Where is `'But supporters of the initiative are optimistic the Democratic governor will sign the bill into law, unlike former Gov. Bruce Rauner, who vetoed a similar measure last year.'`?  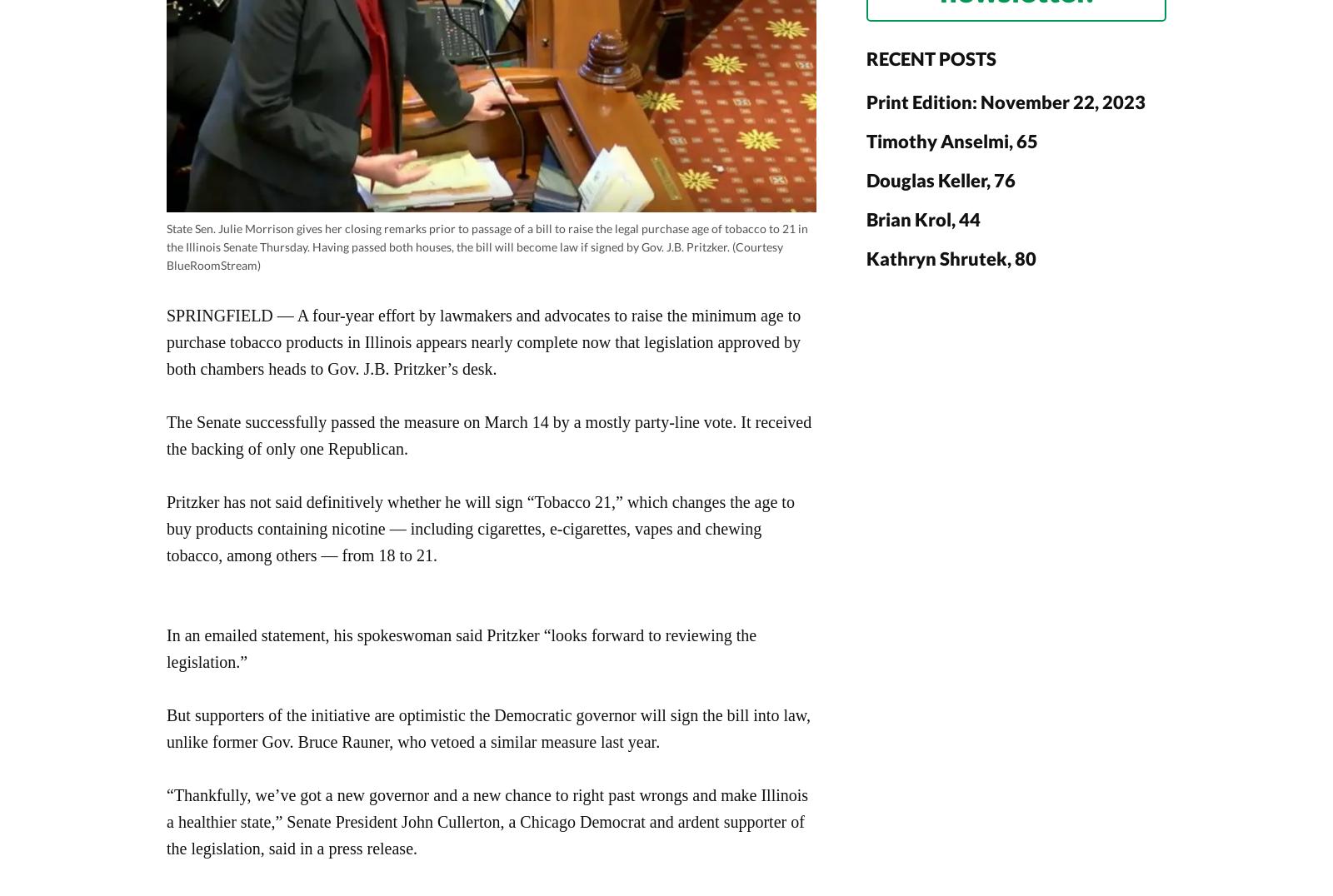 'But supporters of the initiative are optimistic the Democratic governor will sign the bill into law, unlike former Gov. Bruce Rauner, who vetoed a similar measure last year.' is located at coordinates (487, 728).